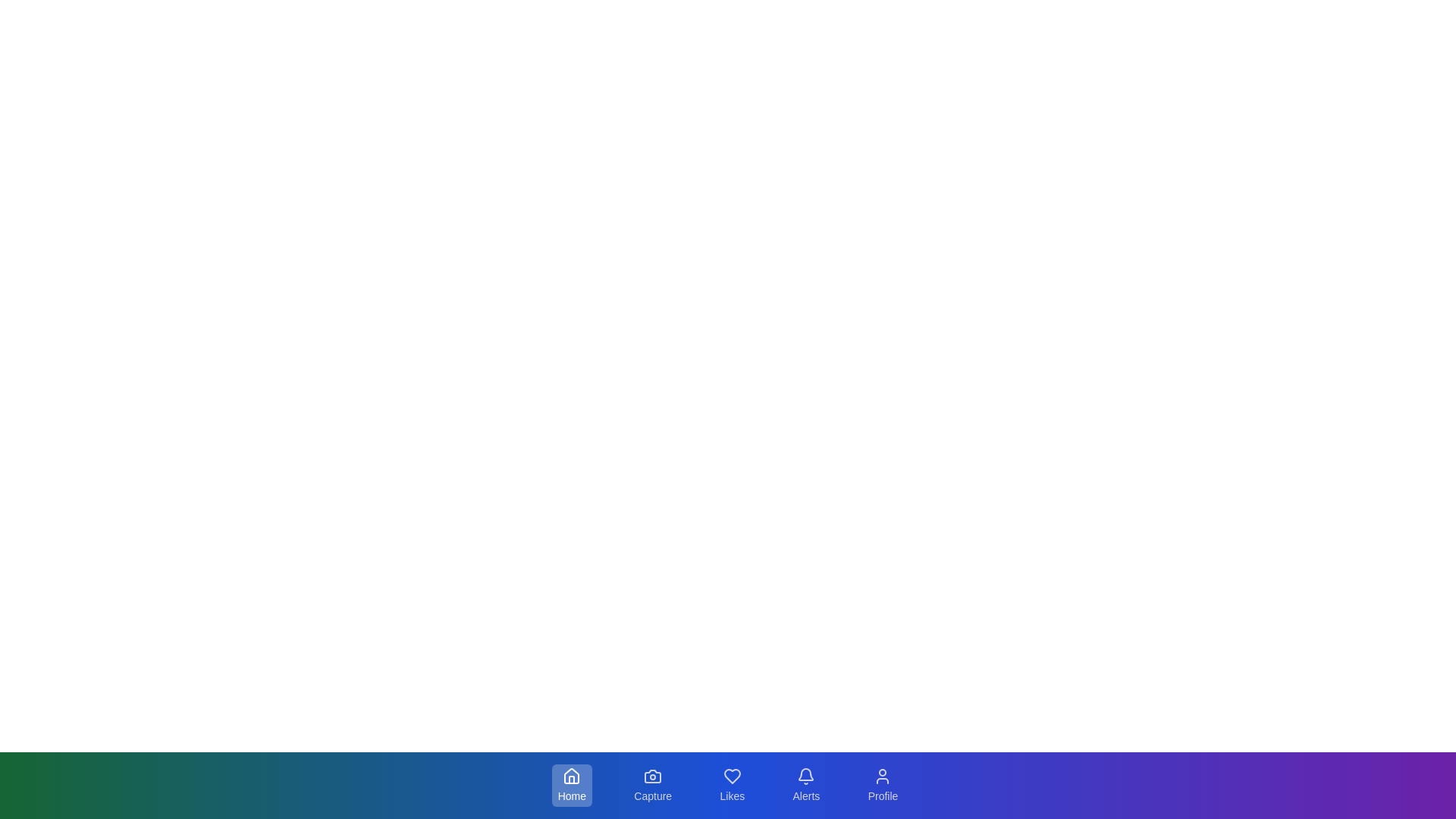 The width and height of the screenshot is (1456, 819). What do you see at coordinates (652, 785) in the screenshot?
I see `the button labeled Capture to observe the visual feedback` at bounding box center [652, 785].